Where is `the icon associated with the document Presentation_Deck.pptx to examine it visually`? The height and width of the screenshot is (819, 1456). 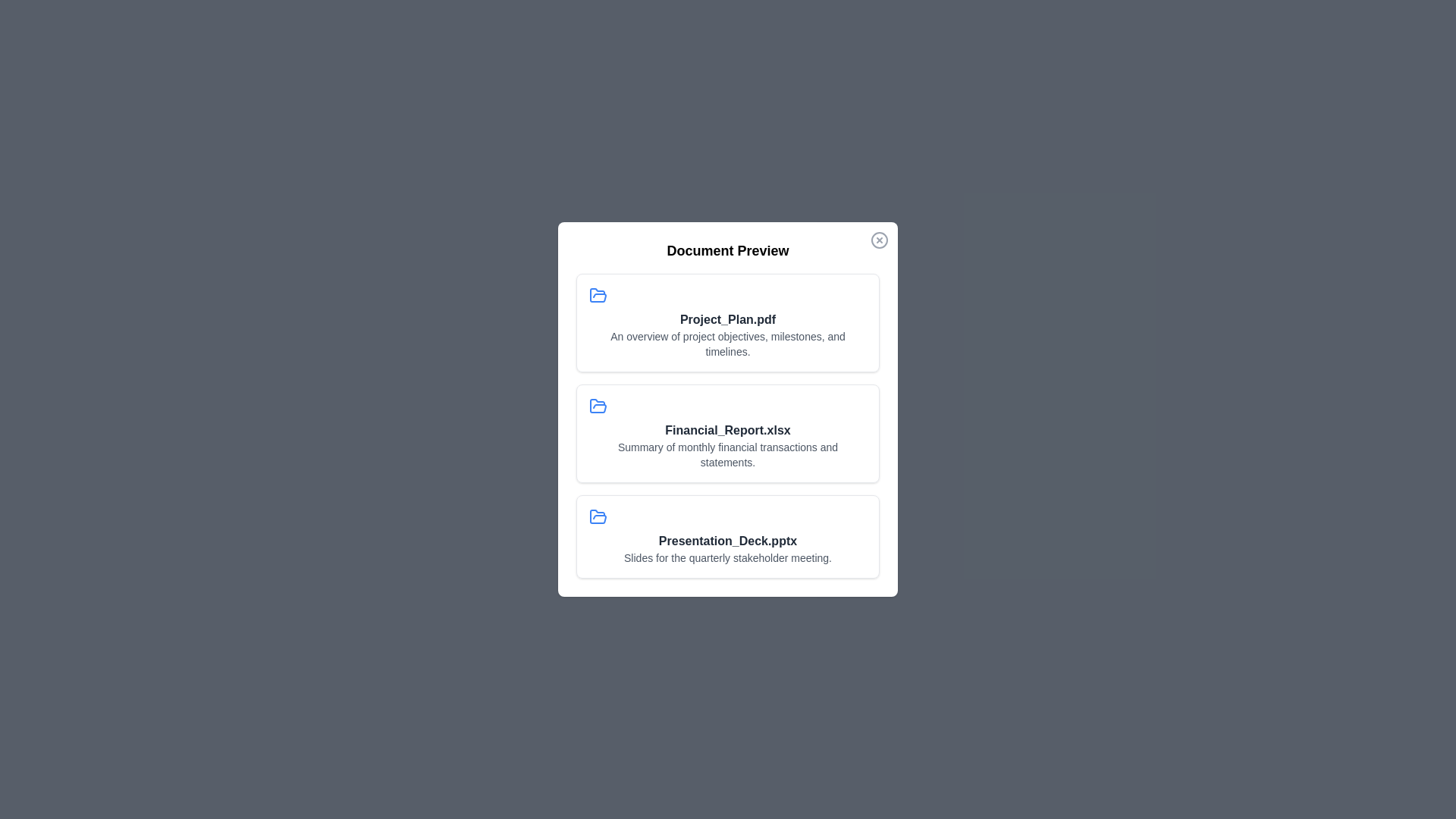 the icon associated with the document Presentation_Deck.pptx to examine it visually is located at coordinates (597, 516).